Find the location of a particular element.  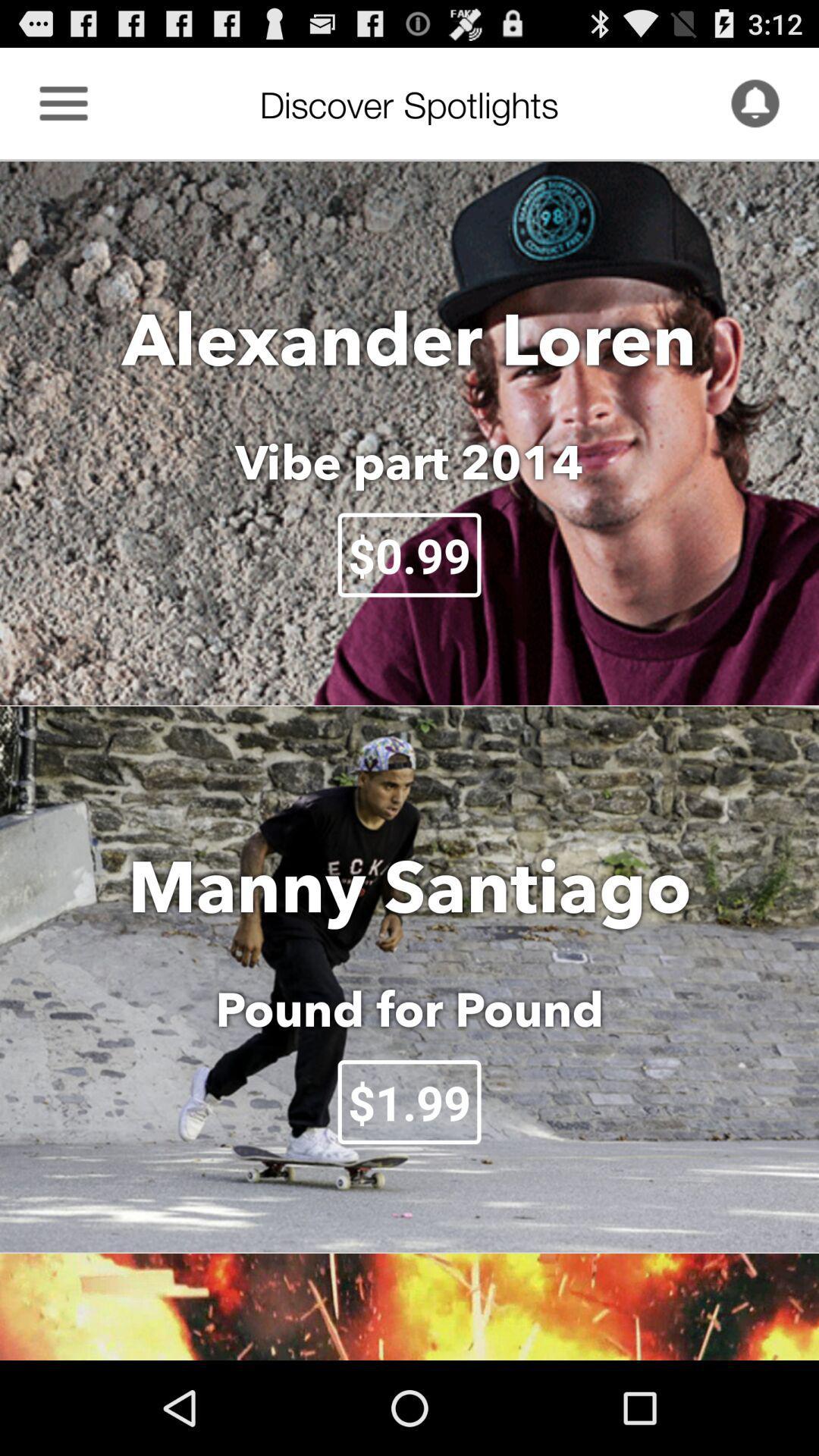

vibe part 2014 app is located at coordinates (409, 461).